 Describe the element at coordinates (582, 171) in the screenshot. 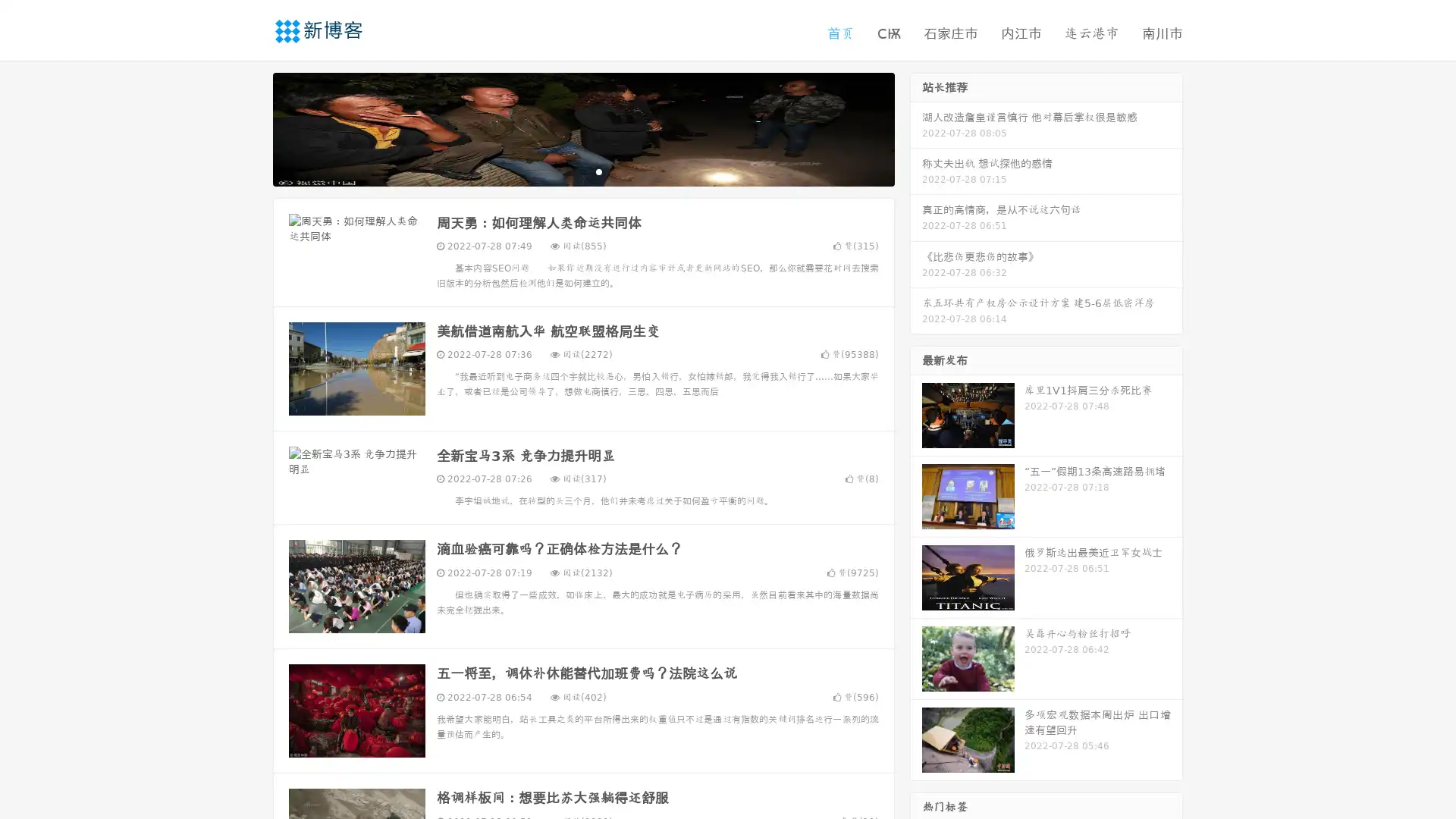

I see `Go to slide 2` at that location.